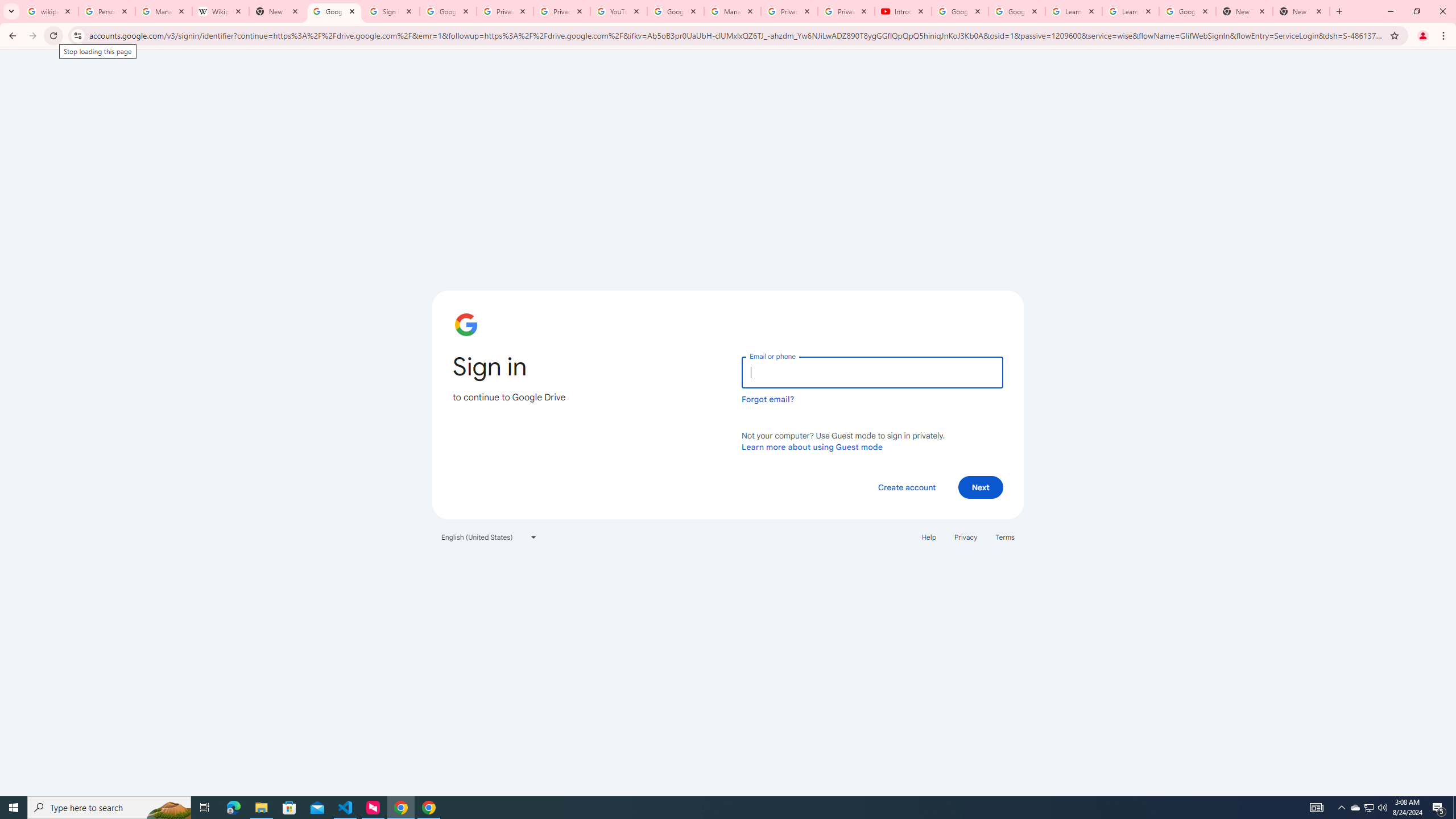  I want to click on 'Sign in - Google Accounts', so click(391, 11).